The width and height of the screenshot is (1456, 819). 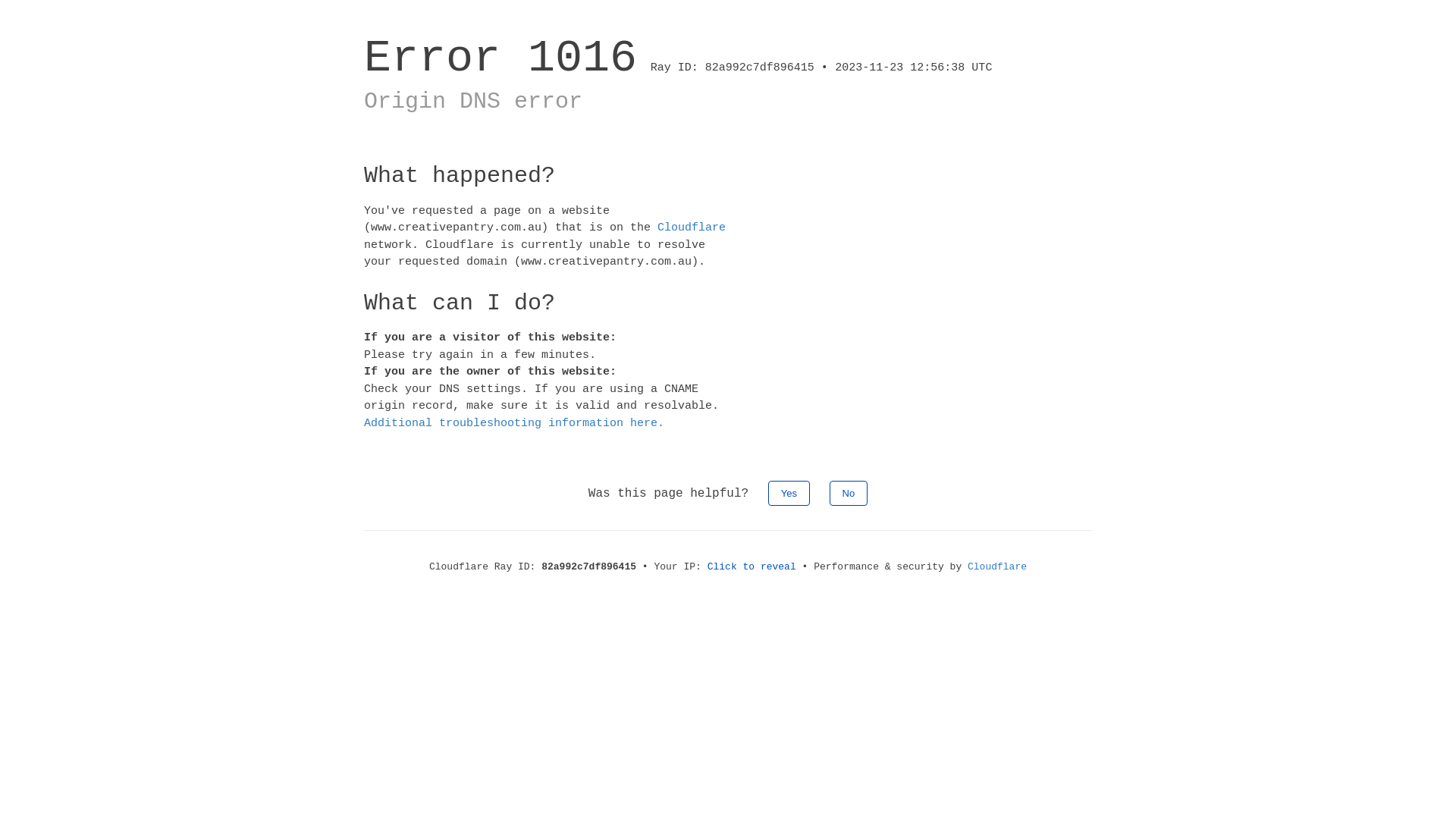 I want to click on 'Click to reveal', so click(x=752, y=566).